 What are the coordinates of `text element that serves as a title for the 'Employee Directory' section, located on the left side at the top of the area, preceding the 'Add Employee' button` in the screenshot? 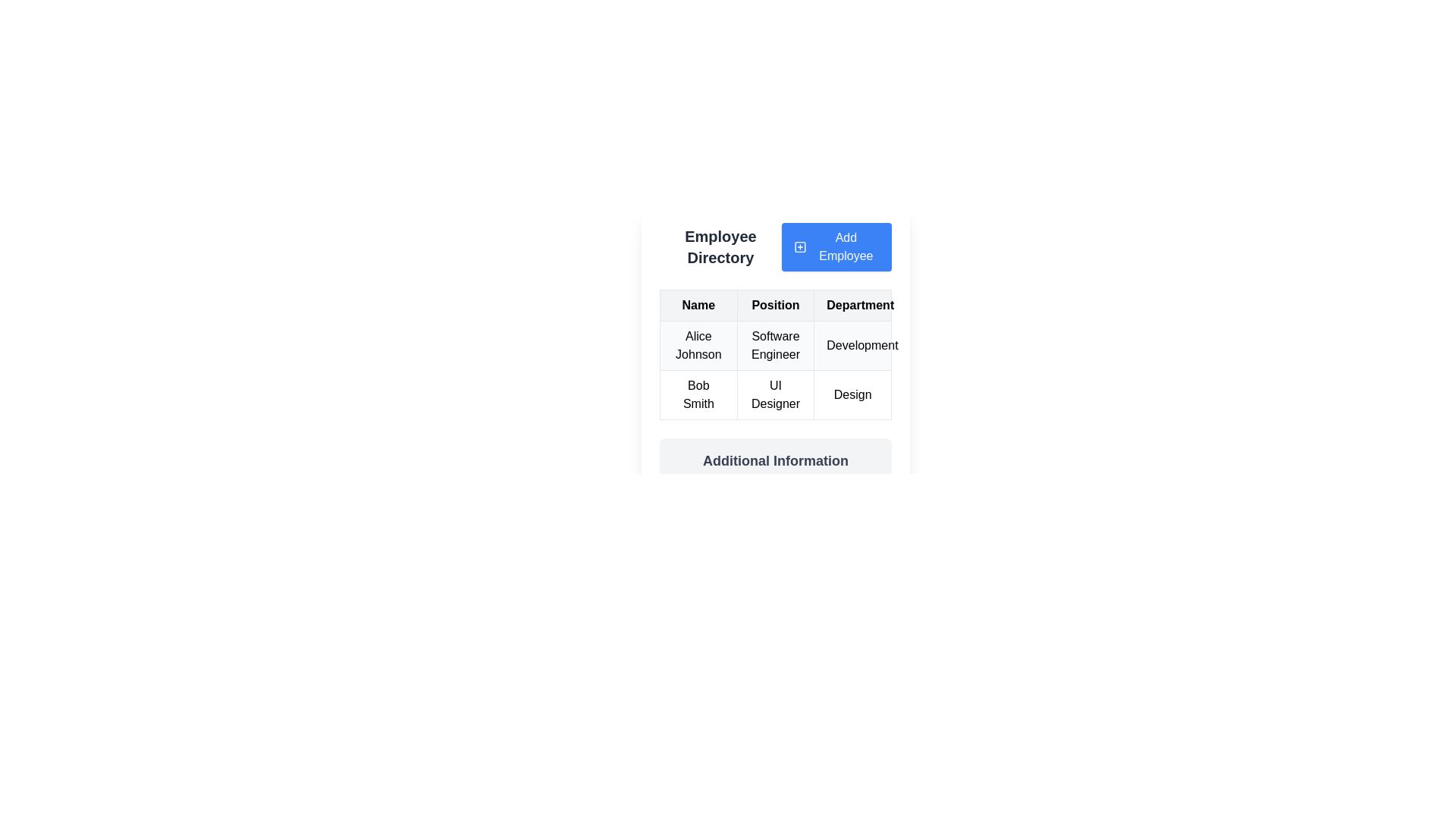 It's located at (720, 246).